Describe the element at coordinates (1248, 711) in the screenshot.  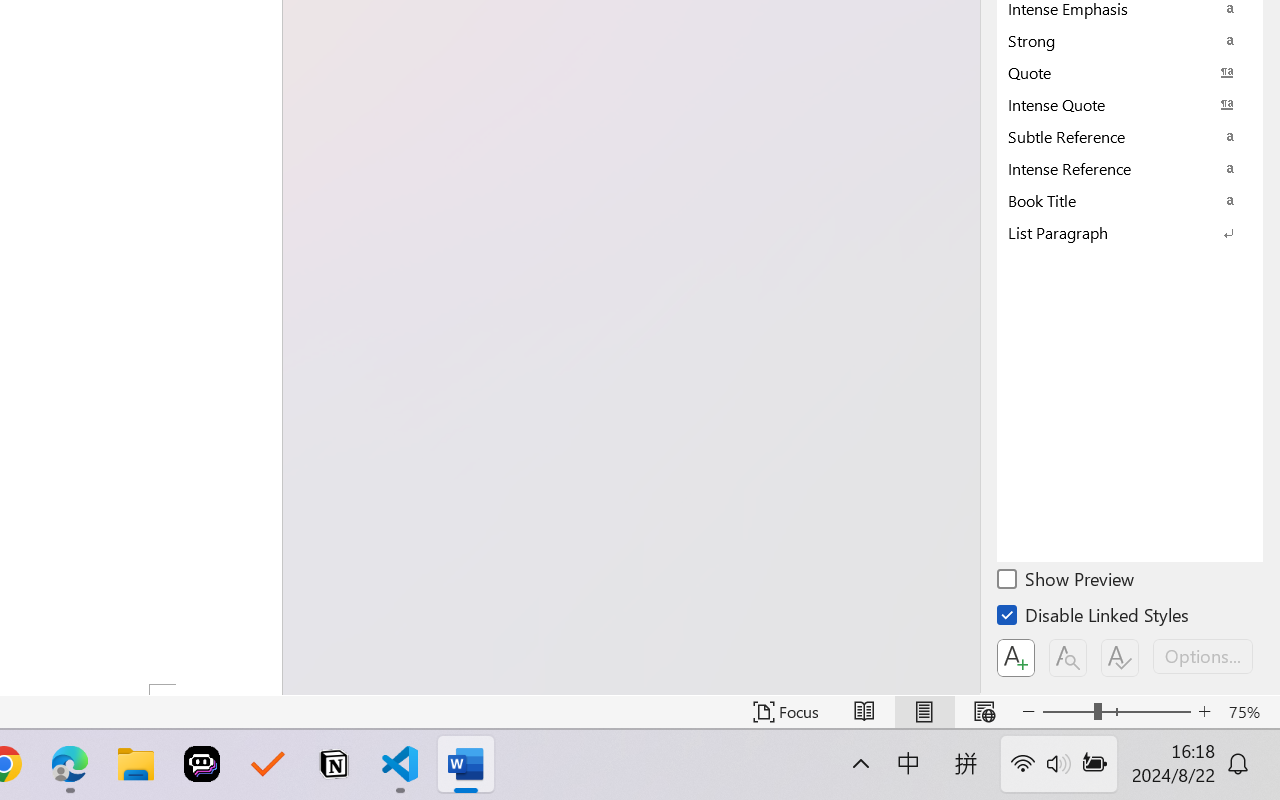
I see `'Zoom 75%'` at that location.